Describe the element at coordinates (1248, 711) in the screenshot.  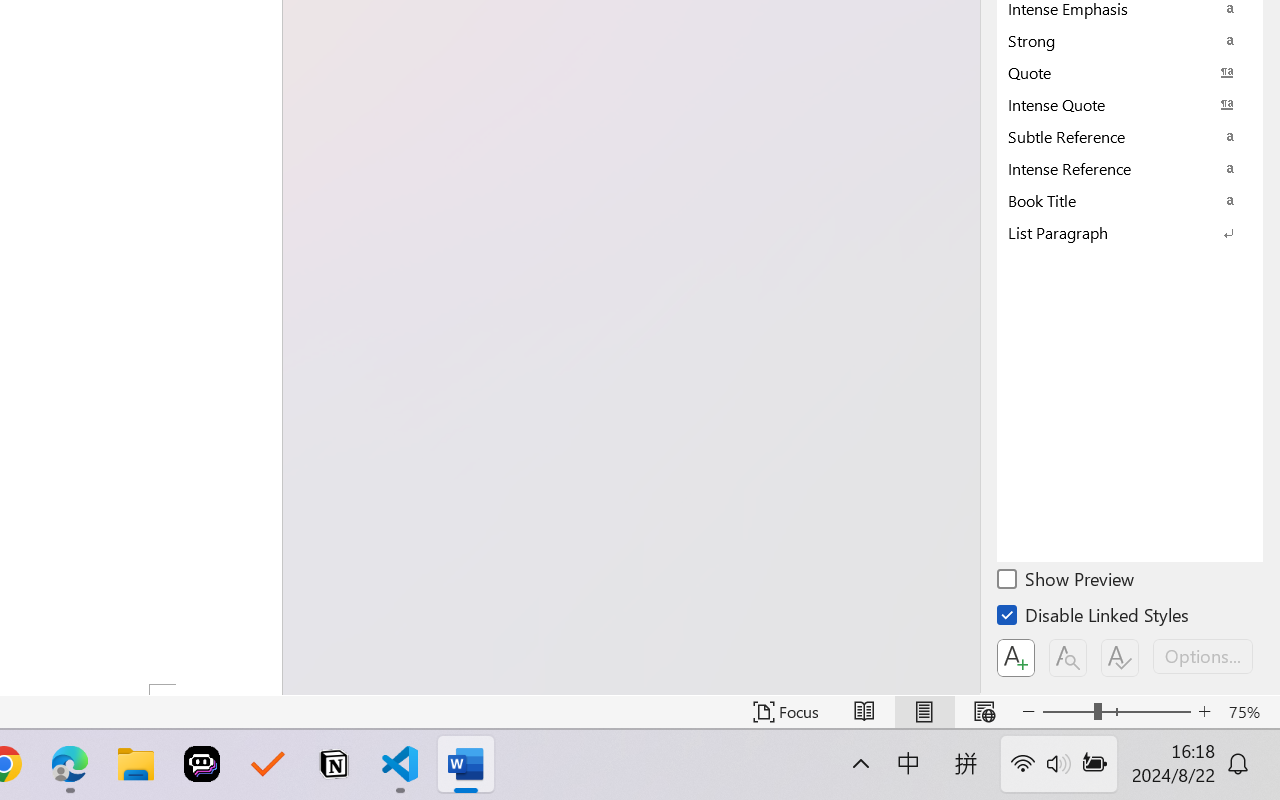
I see `'Zoom 75%'` at that location.